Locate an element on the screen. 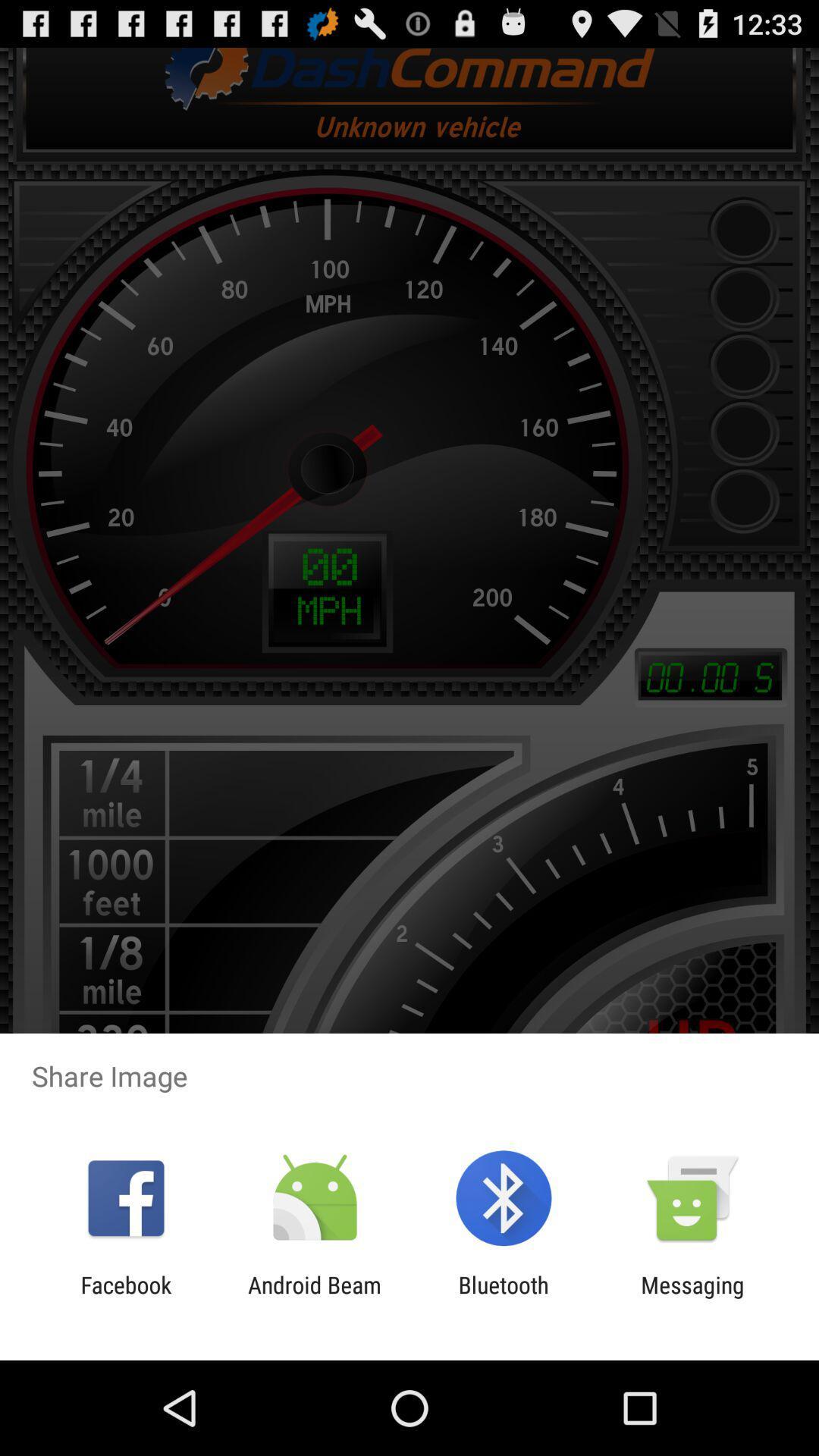 Image resolution: width=819 pixels, height=1456 pixels. app to the left of messaging is located at coordinates (504, 1298).